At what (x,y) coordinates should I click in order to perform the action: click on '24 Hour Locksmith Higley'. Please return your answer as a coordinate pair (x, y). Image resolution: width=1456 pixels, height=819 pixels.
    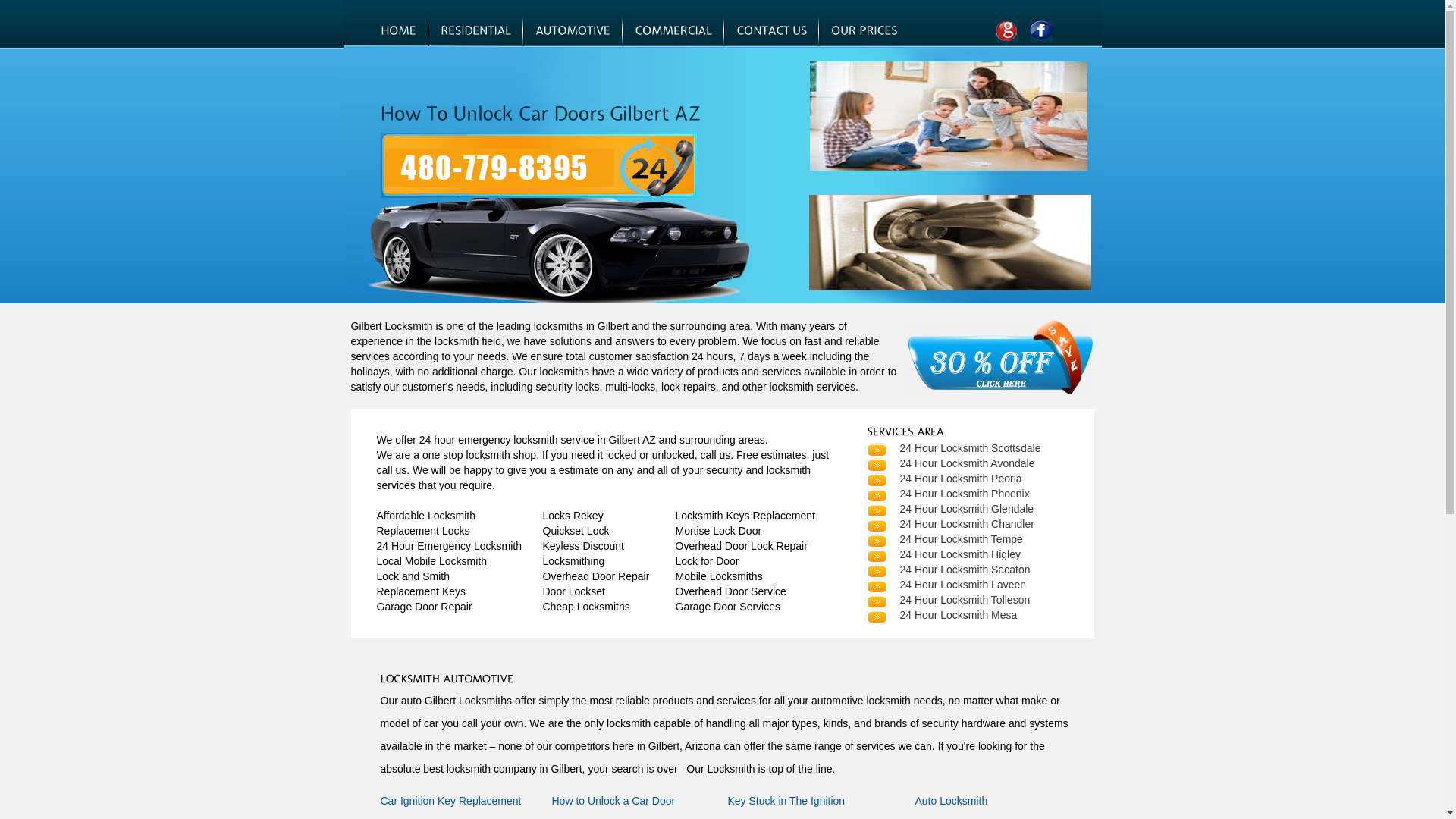
    Looking at the image, I should click on (941, 554).